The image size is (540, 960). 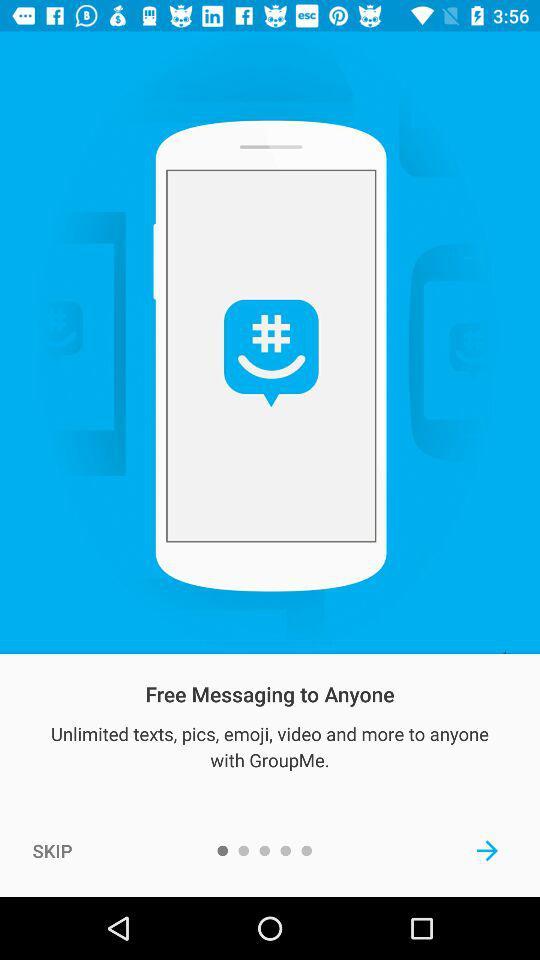 I want to click on next page, so click(x=486, y=849).